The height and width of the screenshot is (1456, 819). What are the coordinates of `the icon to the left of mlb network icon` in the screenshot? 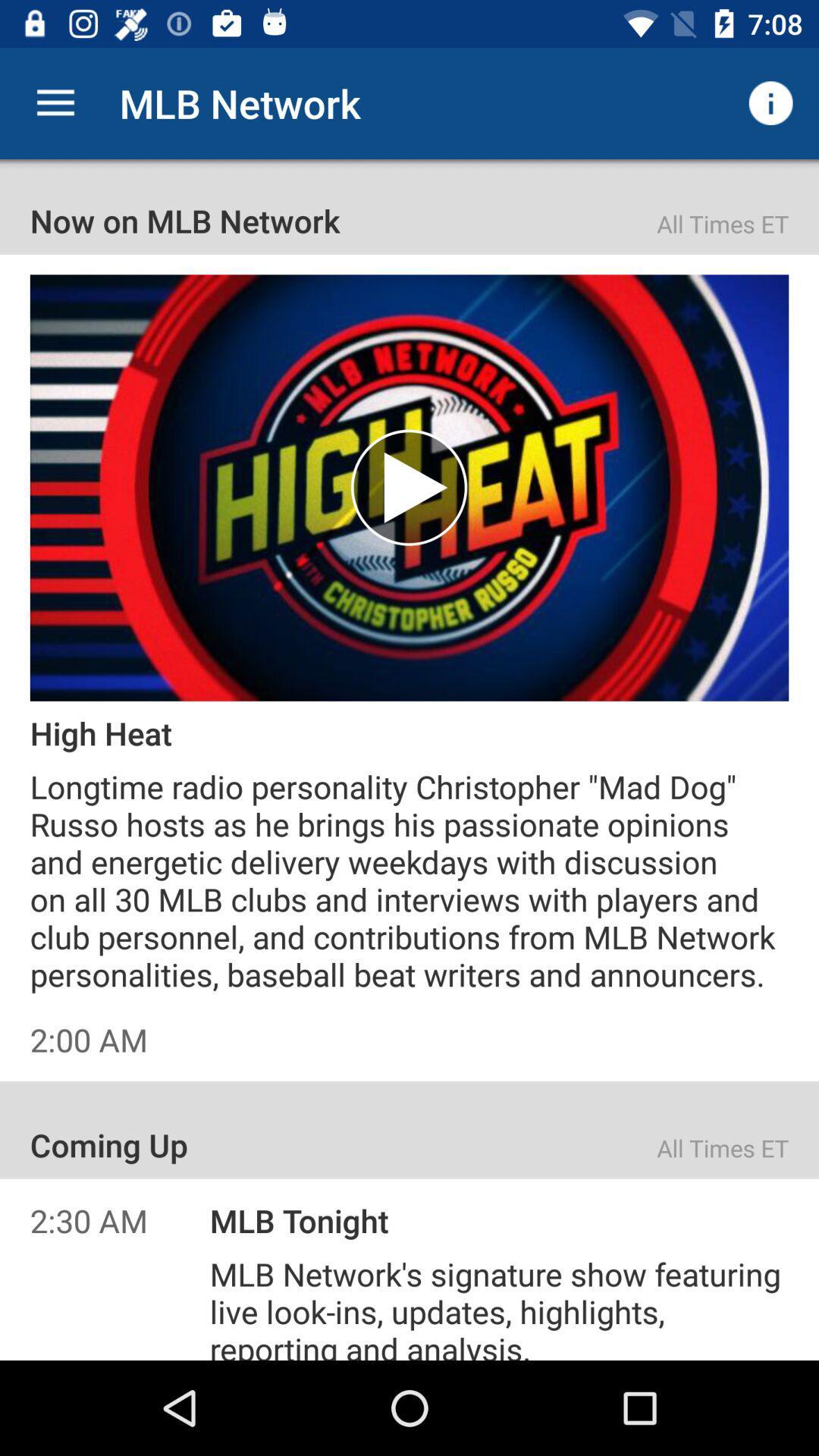 It's located at (55, 102).